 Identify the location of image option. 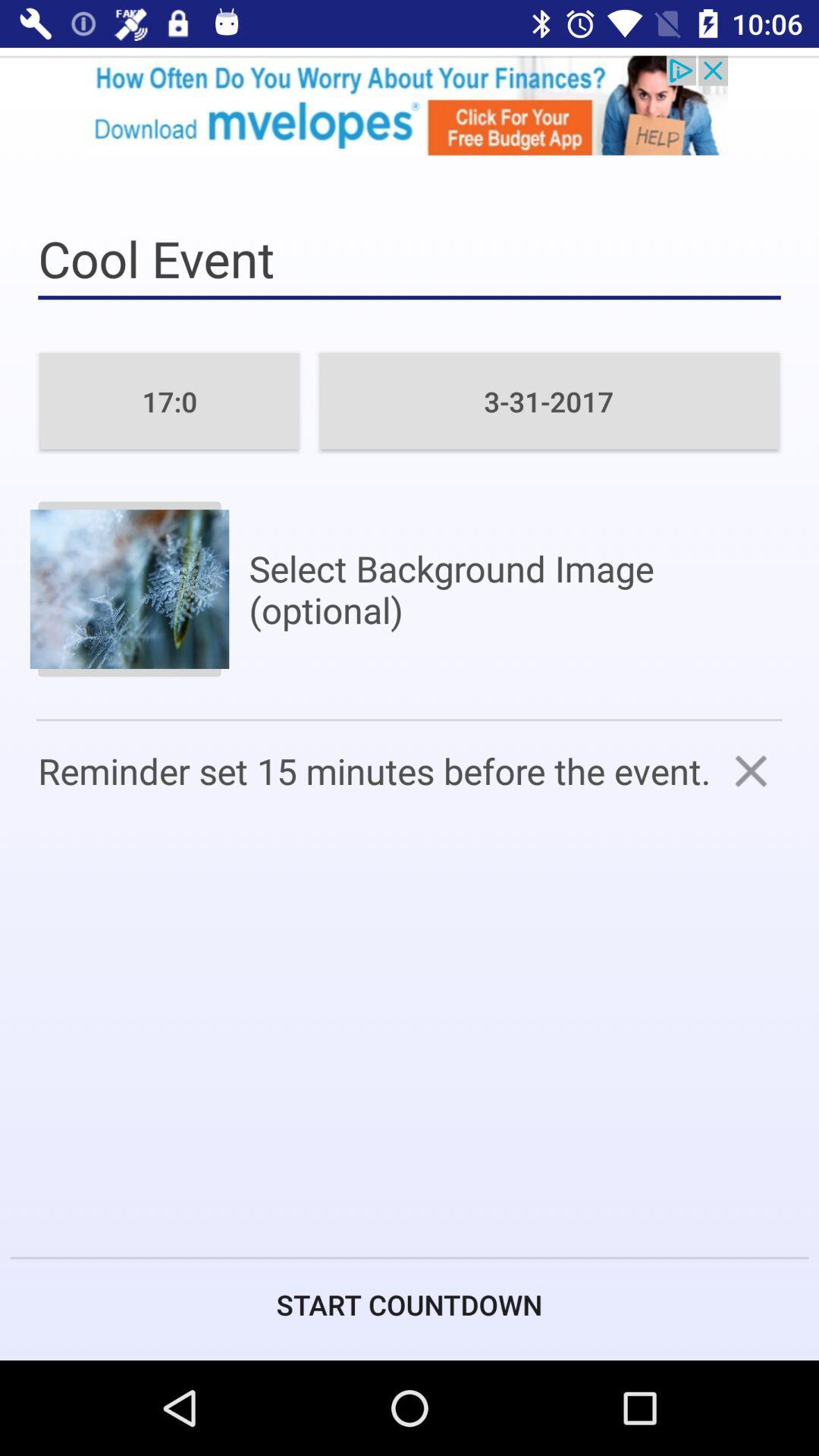
(128, 588).